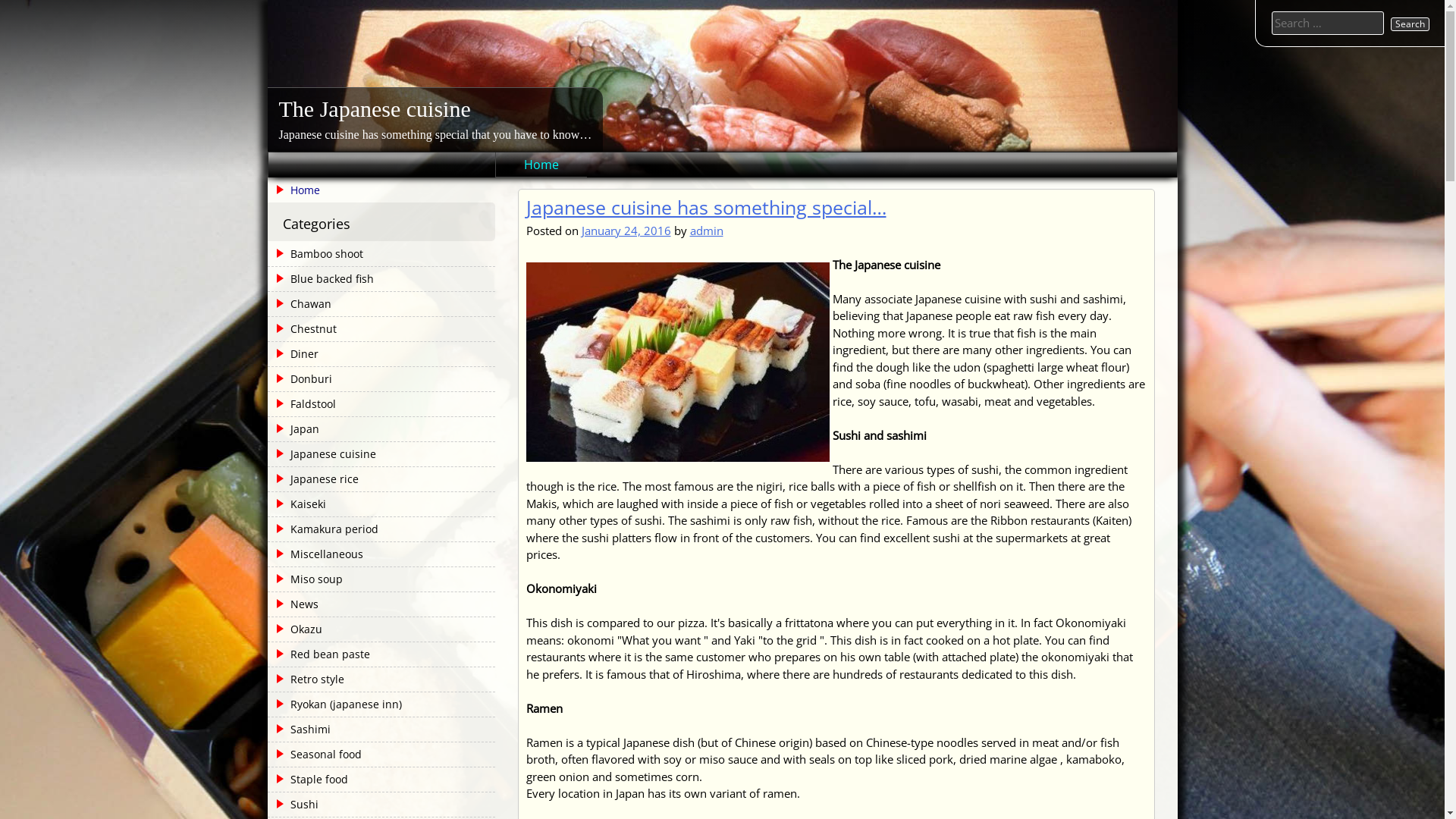  Describe the element at coordinates (626, 231) in the screenshot. I see `'January 24, 2016'` at that location.